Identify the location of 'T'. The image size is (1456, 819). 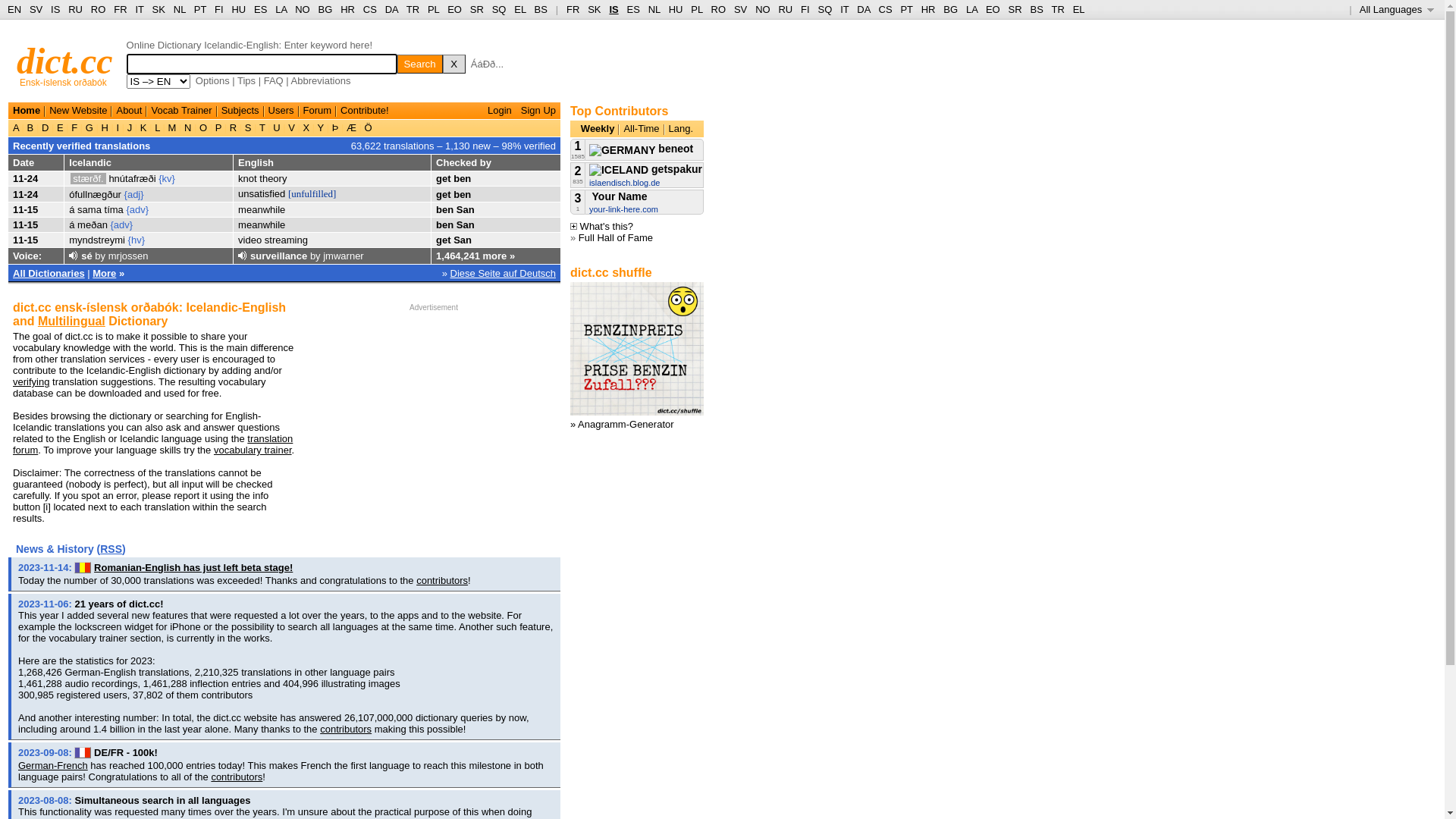
(262, 127).